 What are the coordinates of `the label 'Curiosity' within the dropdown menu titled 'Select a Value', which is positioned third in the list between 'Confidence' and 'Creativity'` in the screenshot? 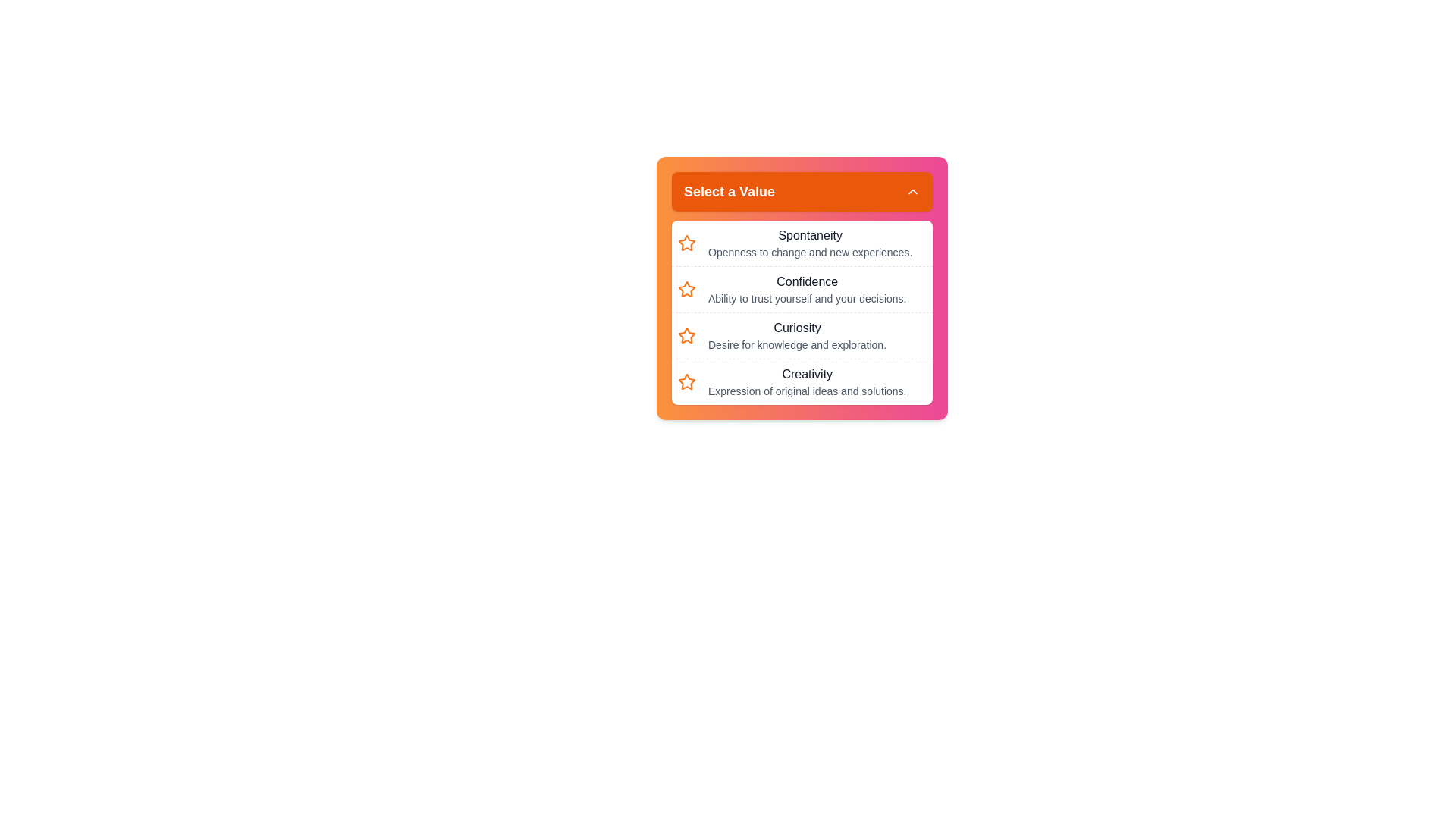 It's located at (796, 327).